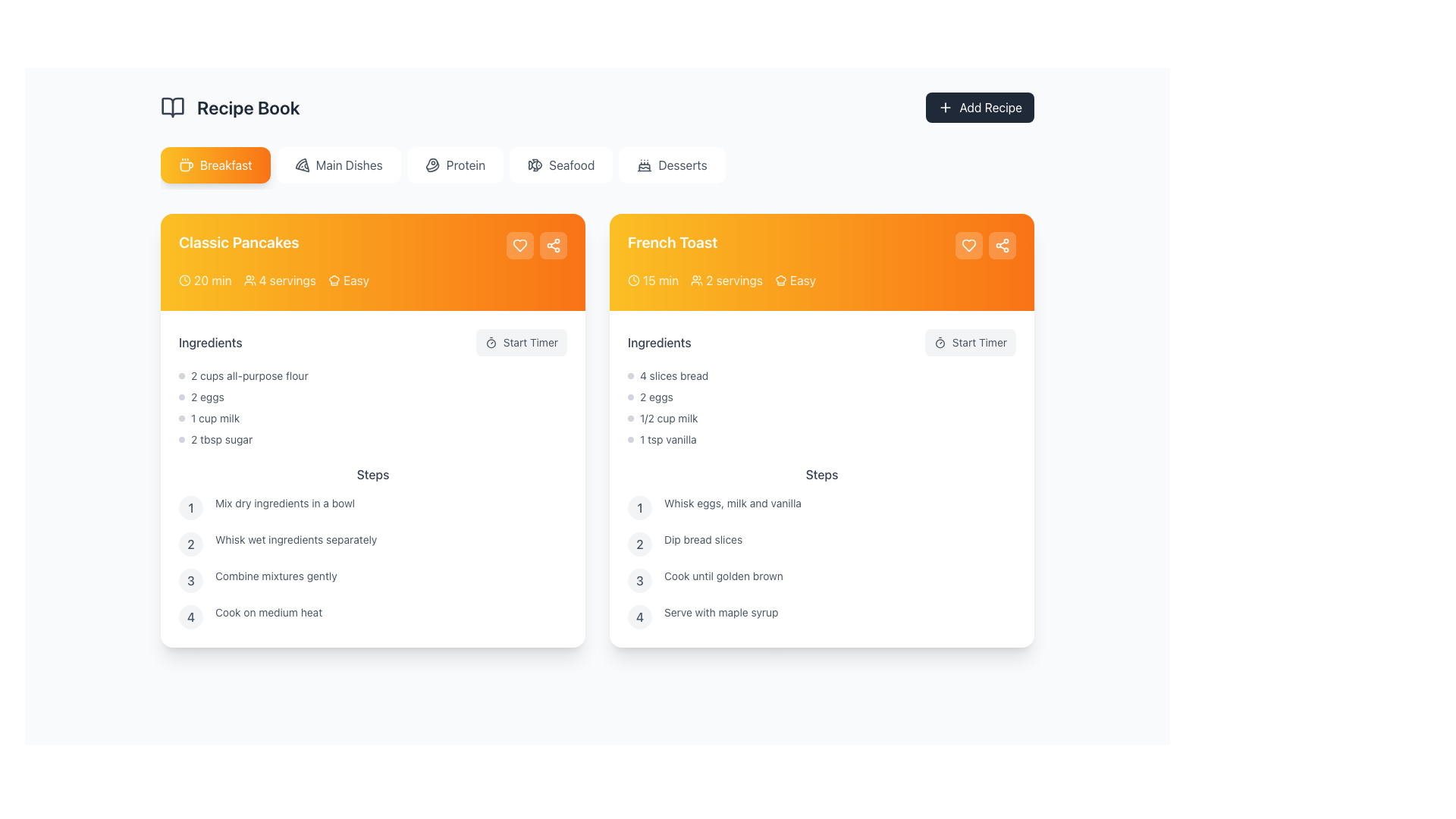  Describe the element at coordinates (337, 165) in the screenshot. I see `the 'Main Dishes' button, which is the second item in the horizontal list of buttons at the top-center of the interface, positioned between the 'Breakfast' and 'Protein' buttons` at that location.